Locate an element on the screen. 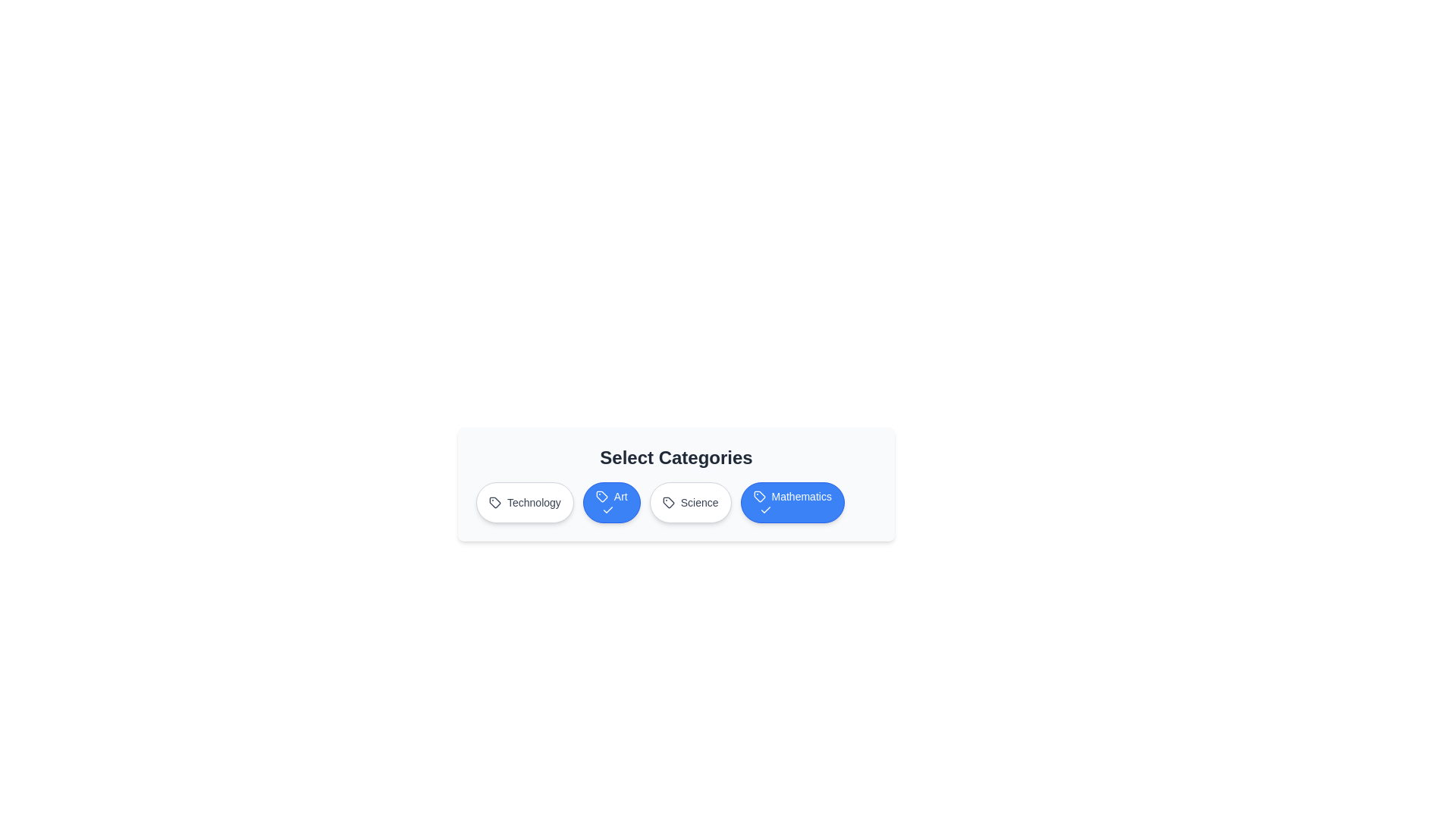 This screenshot has height=819, width=1456. the category button labeled 'Art' is located at coordinates (611, 503).